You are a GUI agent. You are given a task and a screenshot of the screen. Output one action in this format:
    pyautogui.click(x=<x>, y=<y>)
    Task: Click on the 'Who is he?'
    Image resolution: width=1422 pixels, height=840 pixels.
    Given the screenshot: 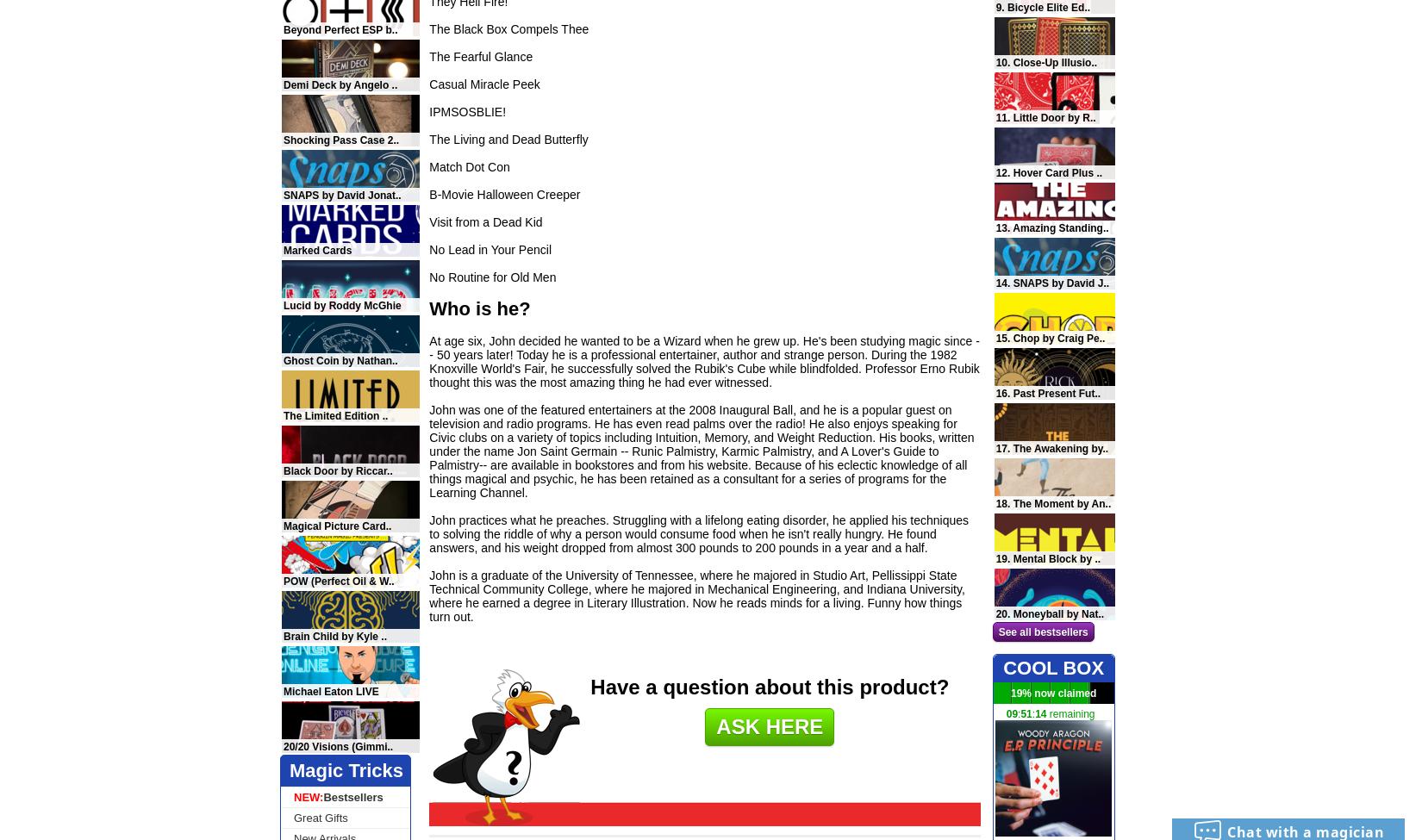 What is the action you would take?
    pyautogui.click(x=478, y=308)
    